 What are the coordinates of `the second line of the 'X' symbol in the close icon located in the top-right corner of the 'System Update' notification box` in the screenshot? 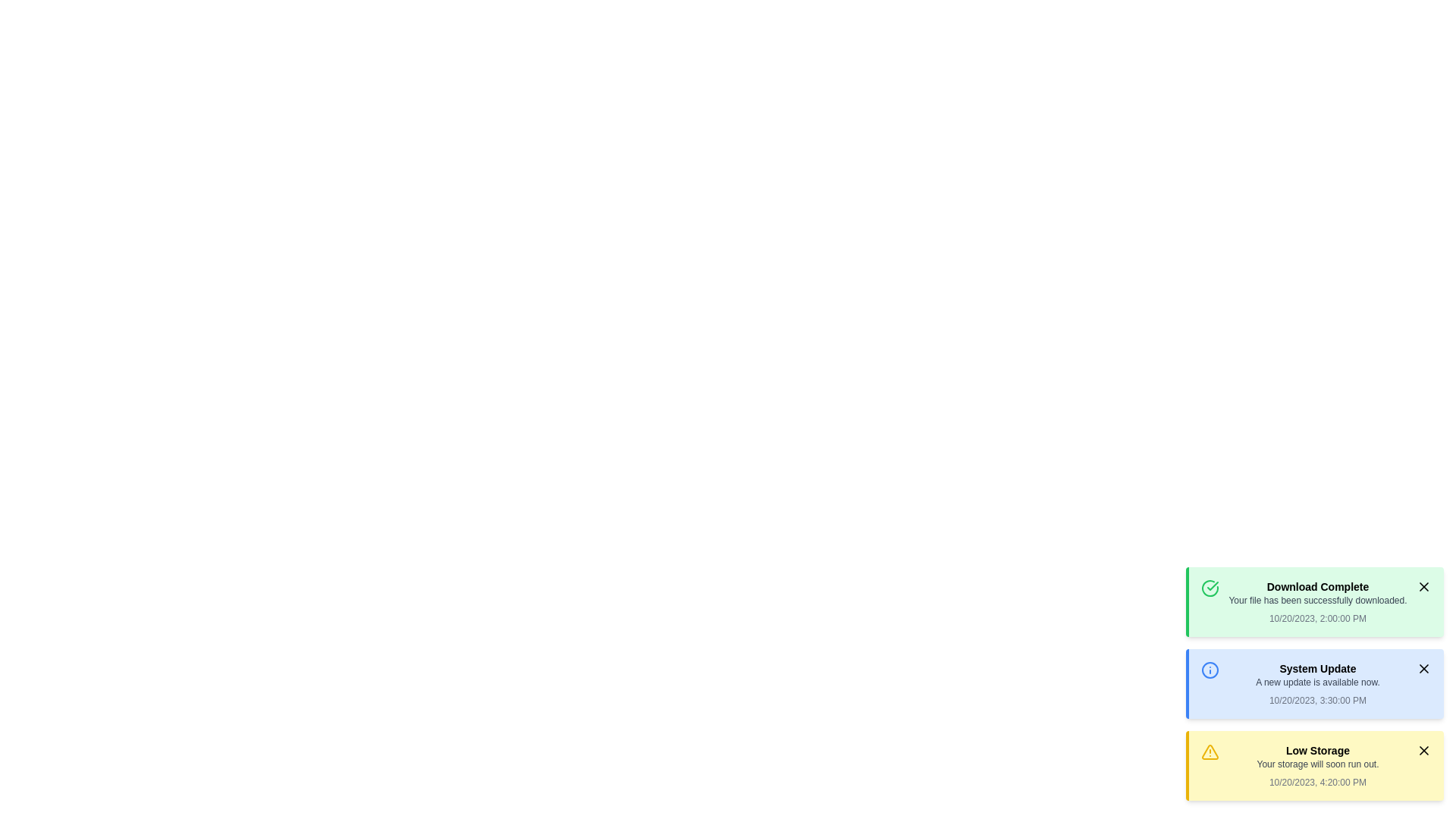 It's located at (1423, 668).